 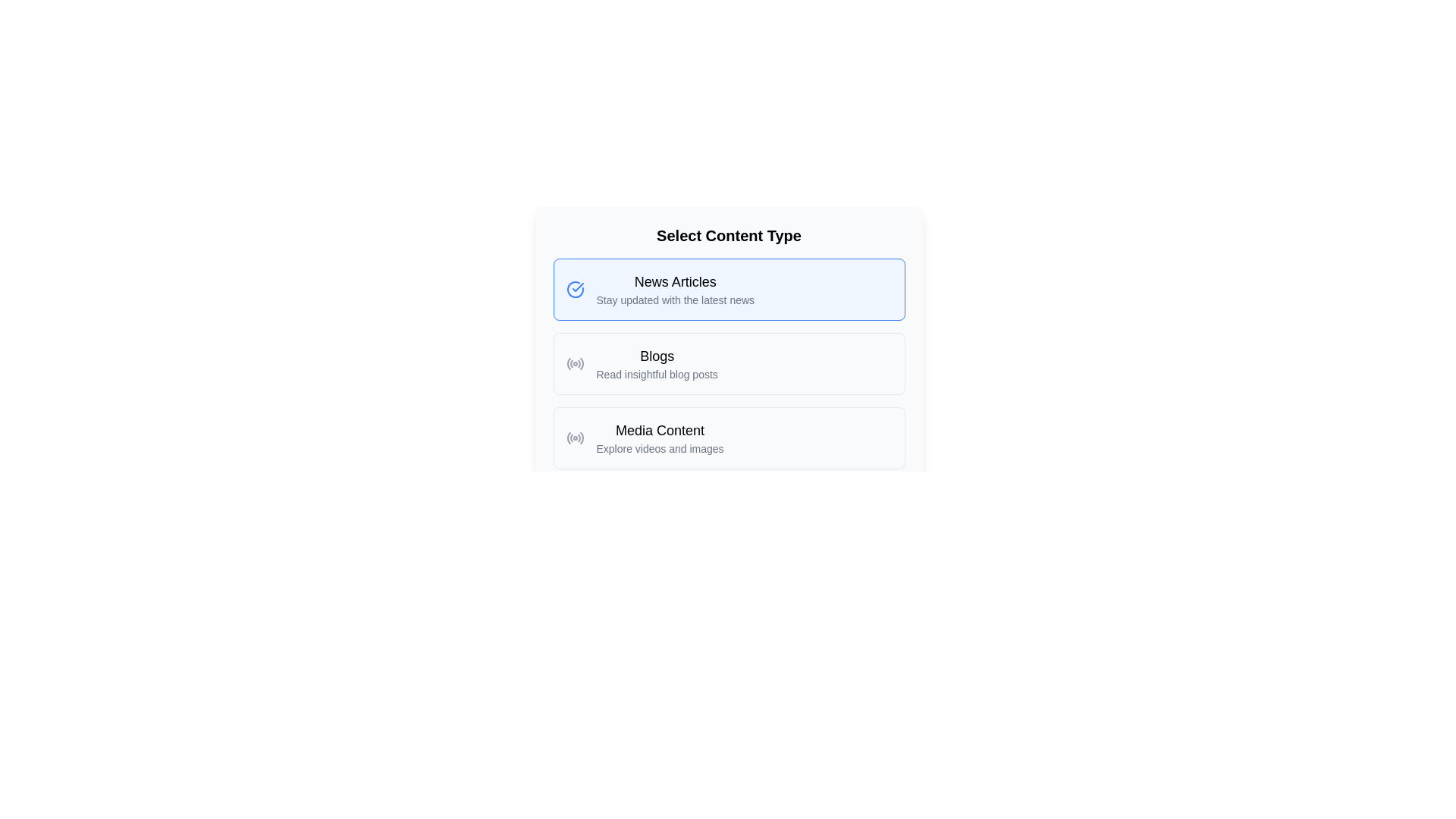 What do you see at coordinates (657, 374) in the screenshot?
I see `the descriptive Text Label for the 'Blogs' option, located below the 'Blogs' heading in the 'Select Content Type' section` at bounding box center [657, 374].